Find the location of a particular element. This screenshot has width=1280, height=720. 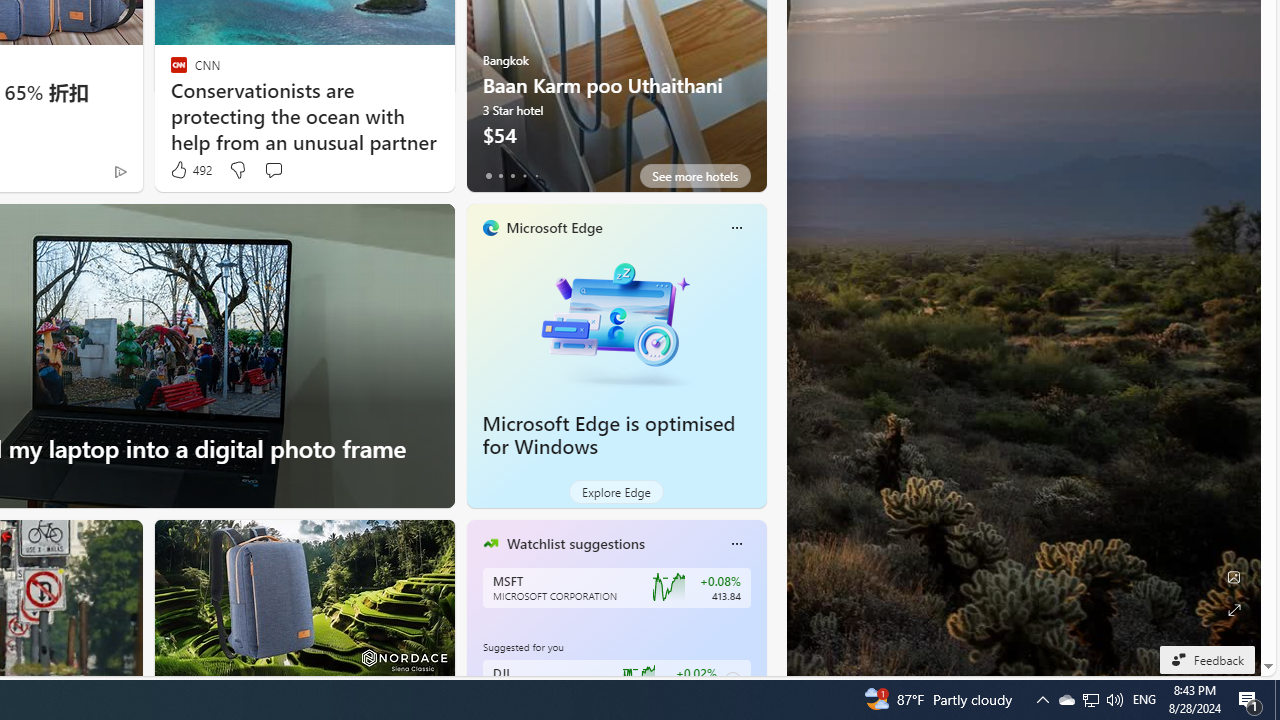

'tab-2' is located at coordinates (512, 175).